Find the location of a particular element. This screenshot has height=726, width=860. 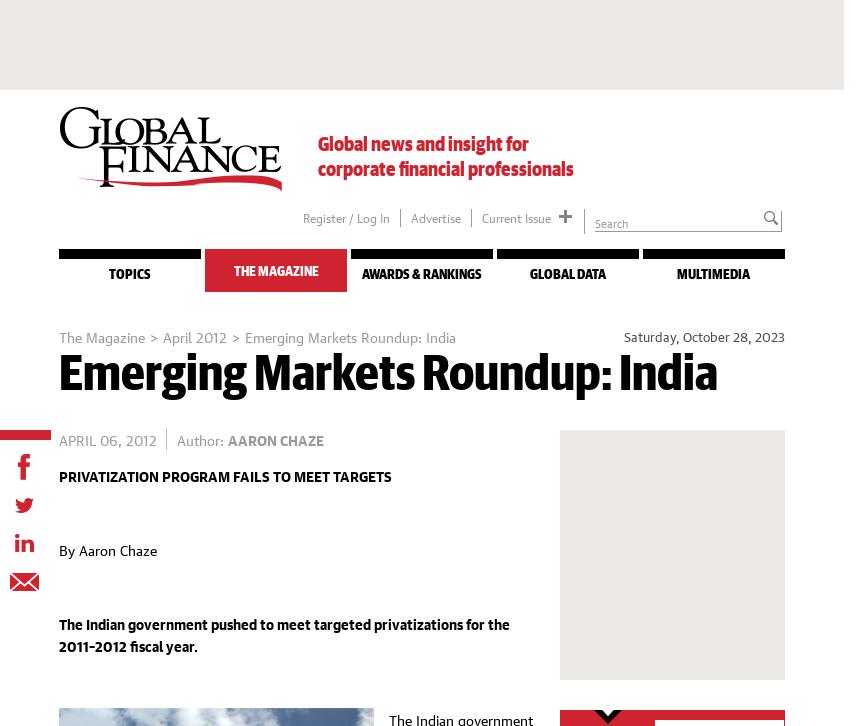

'Current Issue' is located at coordinates (514, 215).